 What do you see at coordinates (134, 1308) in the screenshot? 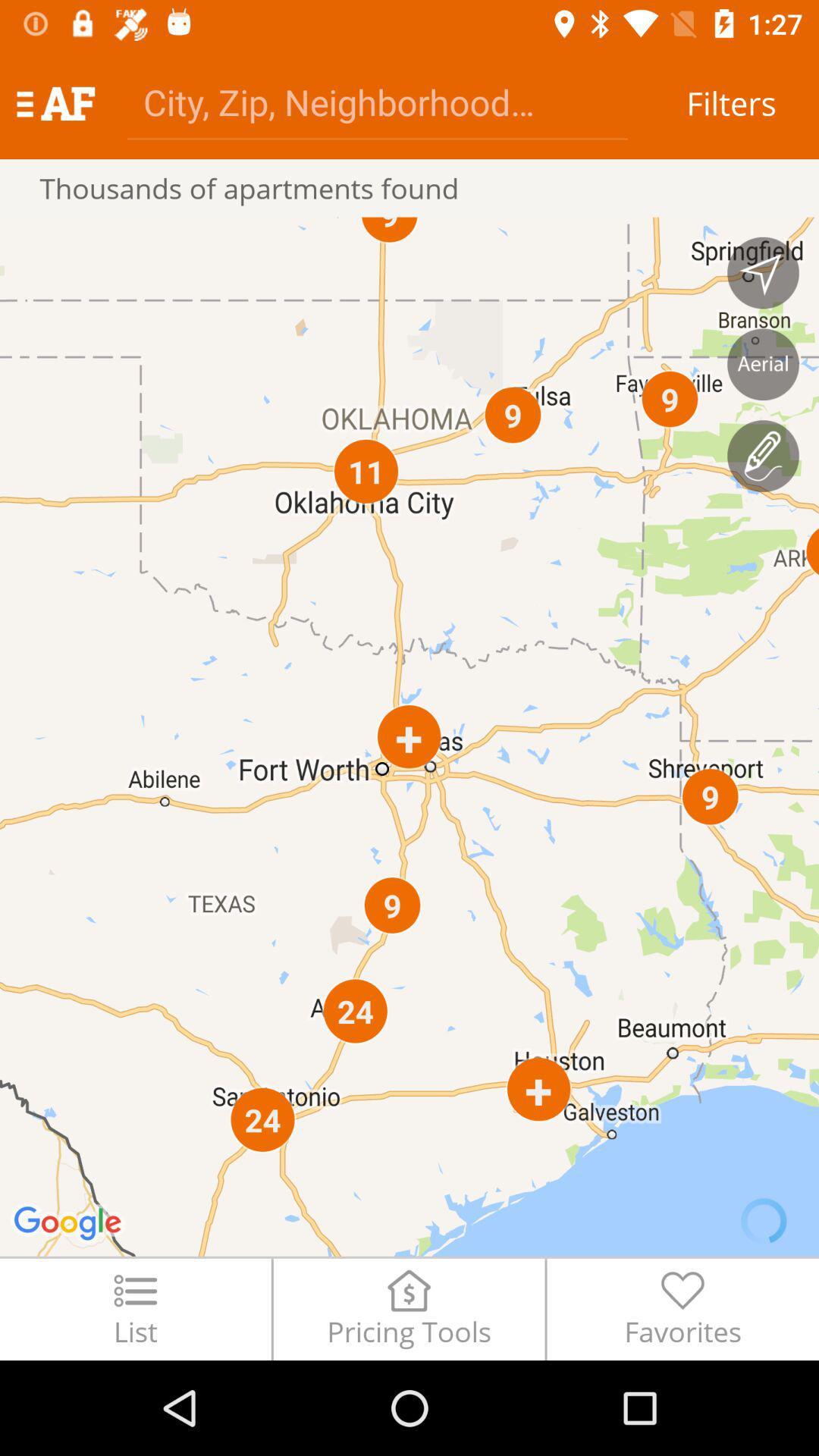
I see `the list icon` at bounding box center [134, 1308].